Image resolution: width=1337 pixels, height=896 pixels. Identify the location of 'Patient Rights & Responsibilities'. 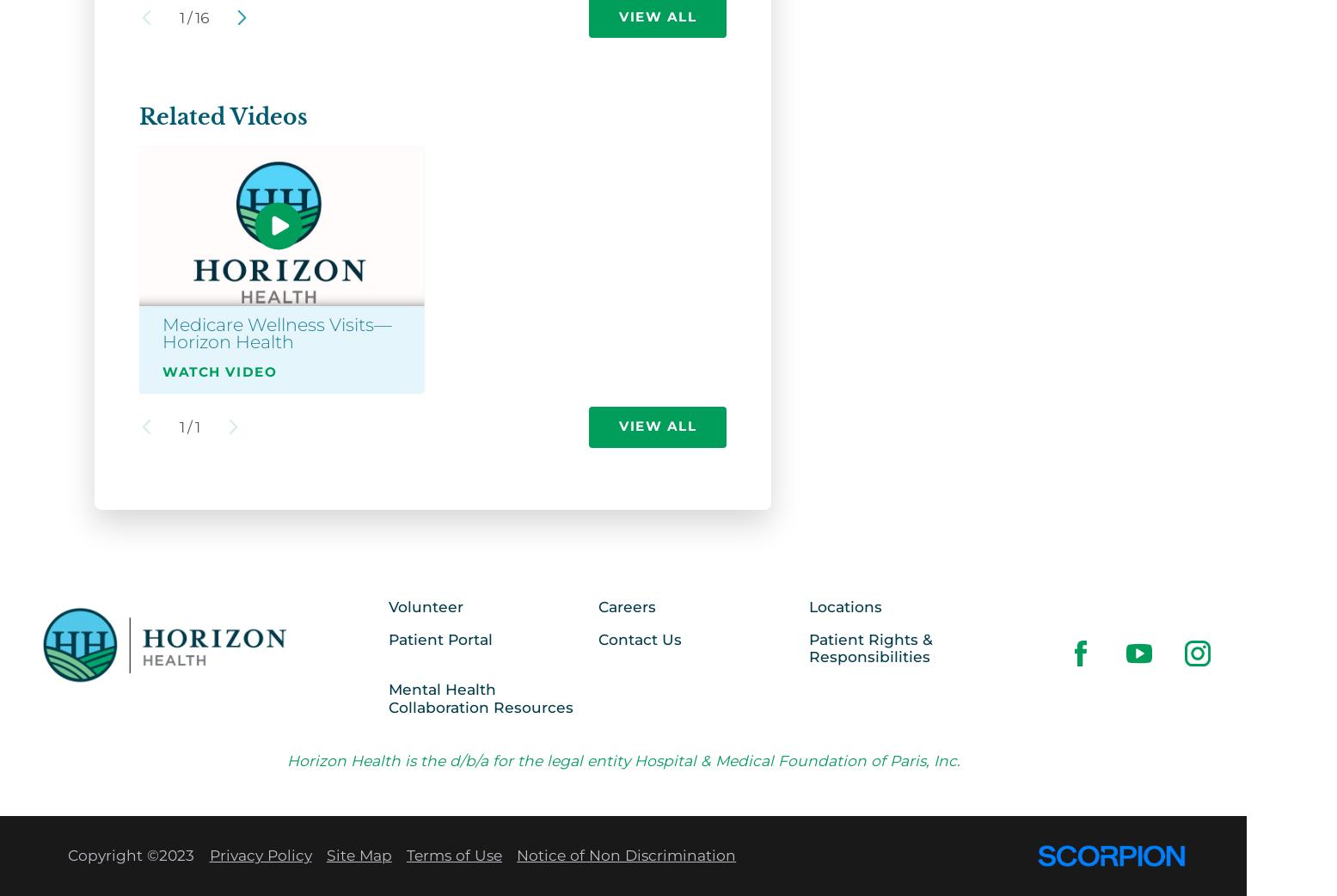
(870, 646).